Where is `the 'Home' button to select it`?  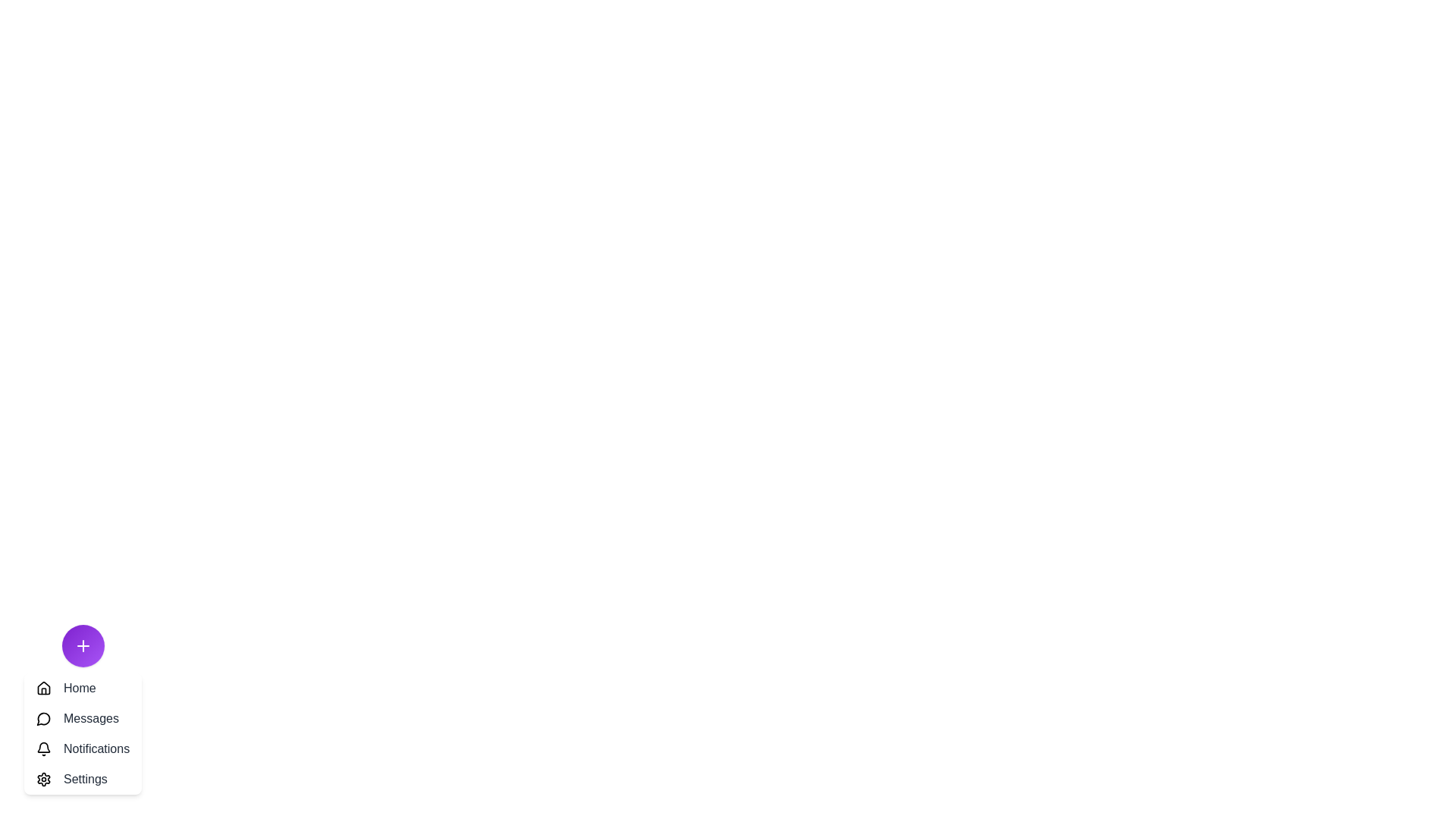 the 'Home' button to select it is located at coordinates (82, 688).